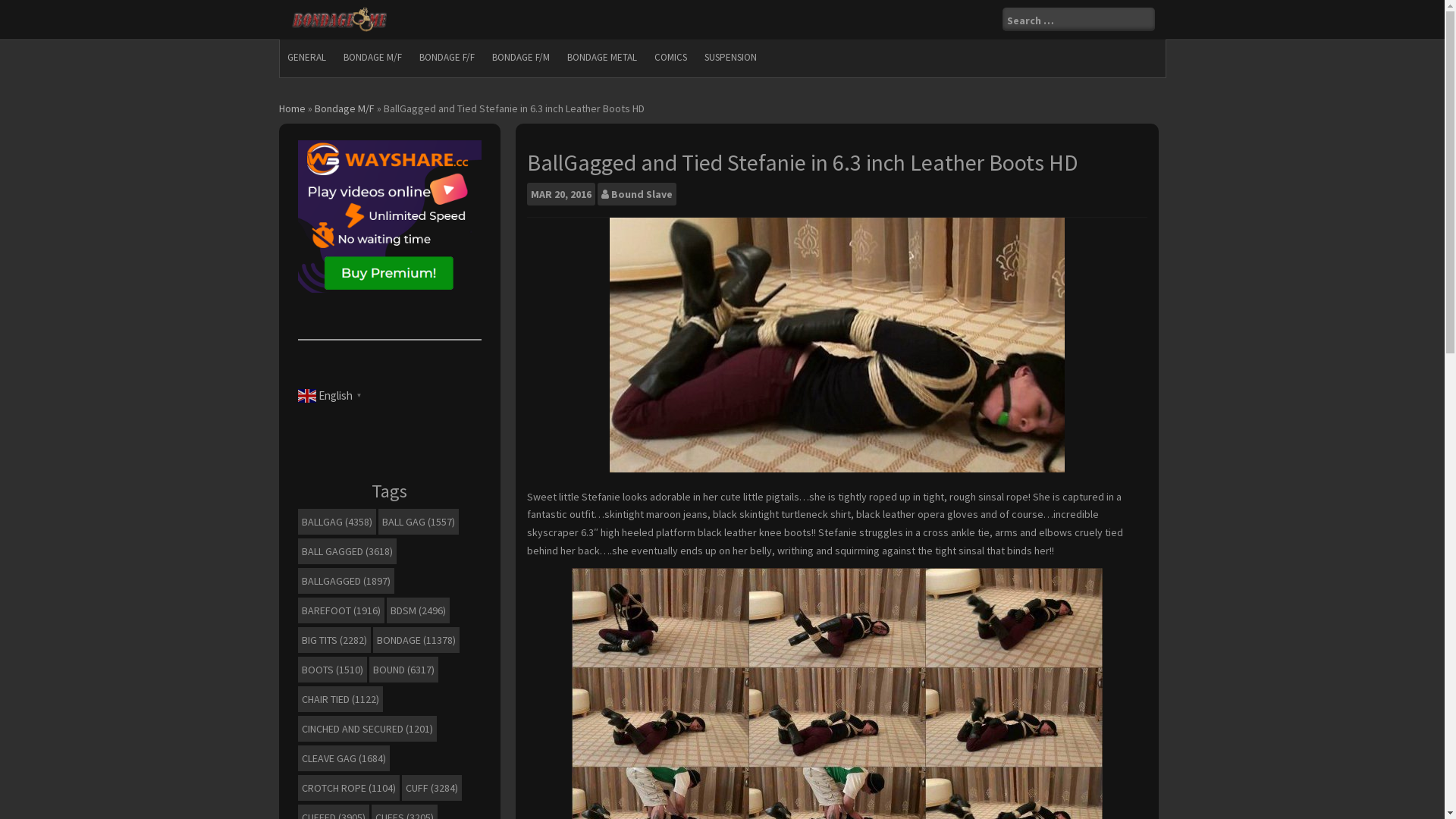 The width and height of the screenshot is (1456, 819). Describe the element at coordinates (23, 9) in the screenshot. I see `'Search'` at that location.